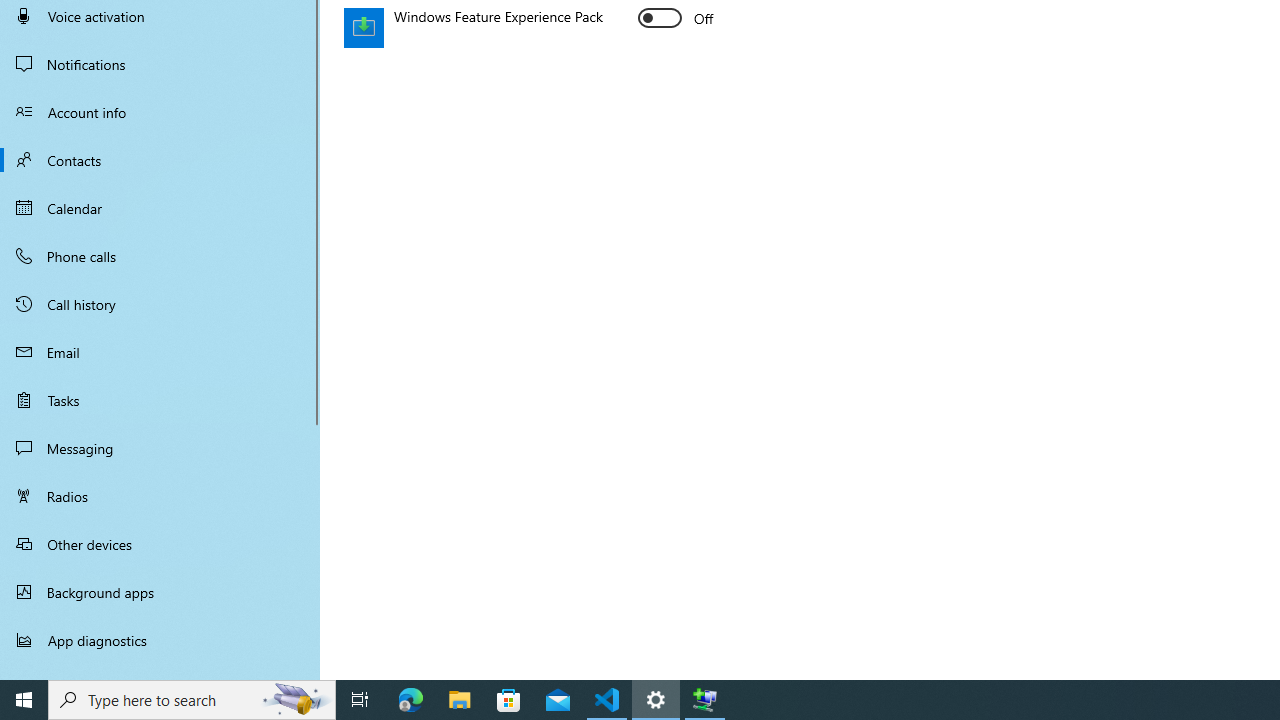  Describe the element at coordinates (606, 698) in the screenshot. I see `'Visual Studio Code - 1 running window'` at that location.